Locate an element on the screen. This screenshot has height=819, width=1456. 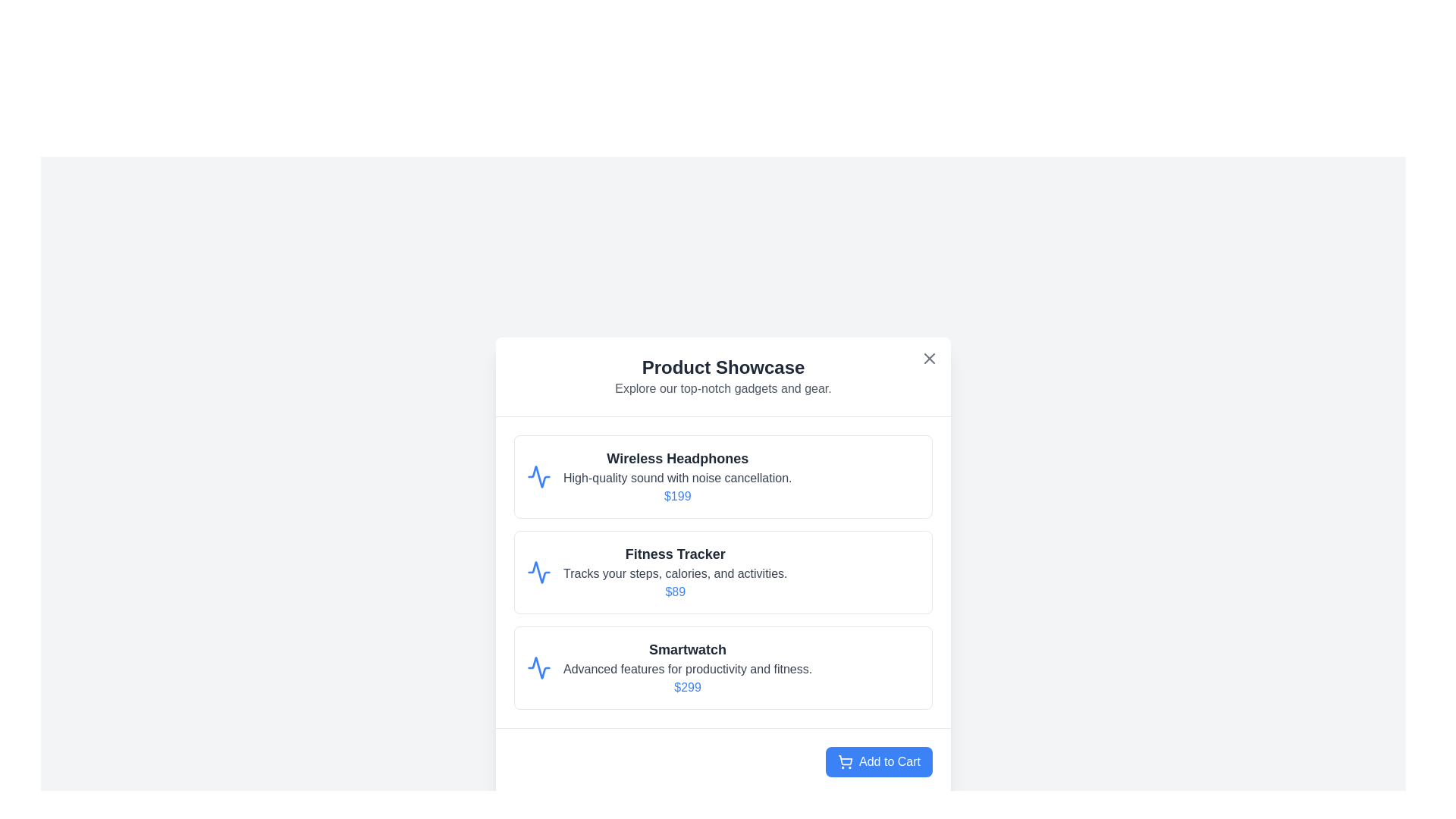
the blue activity icon with a waveform design located at the top left corner of the 'Wireless Headphones' product card is located at coordinates (538, 475).